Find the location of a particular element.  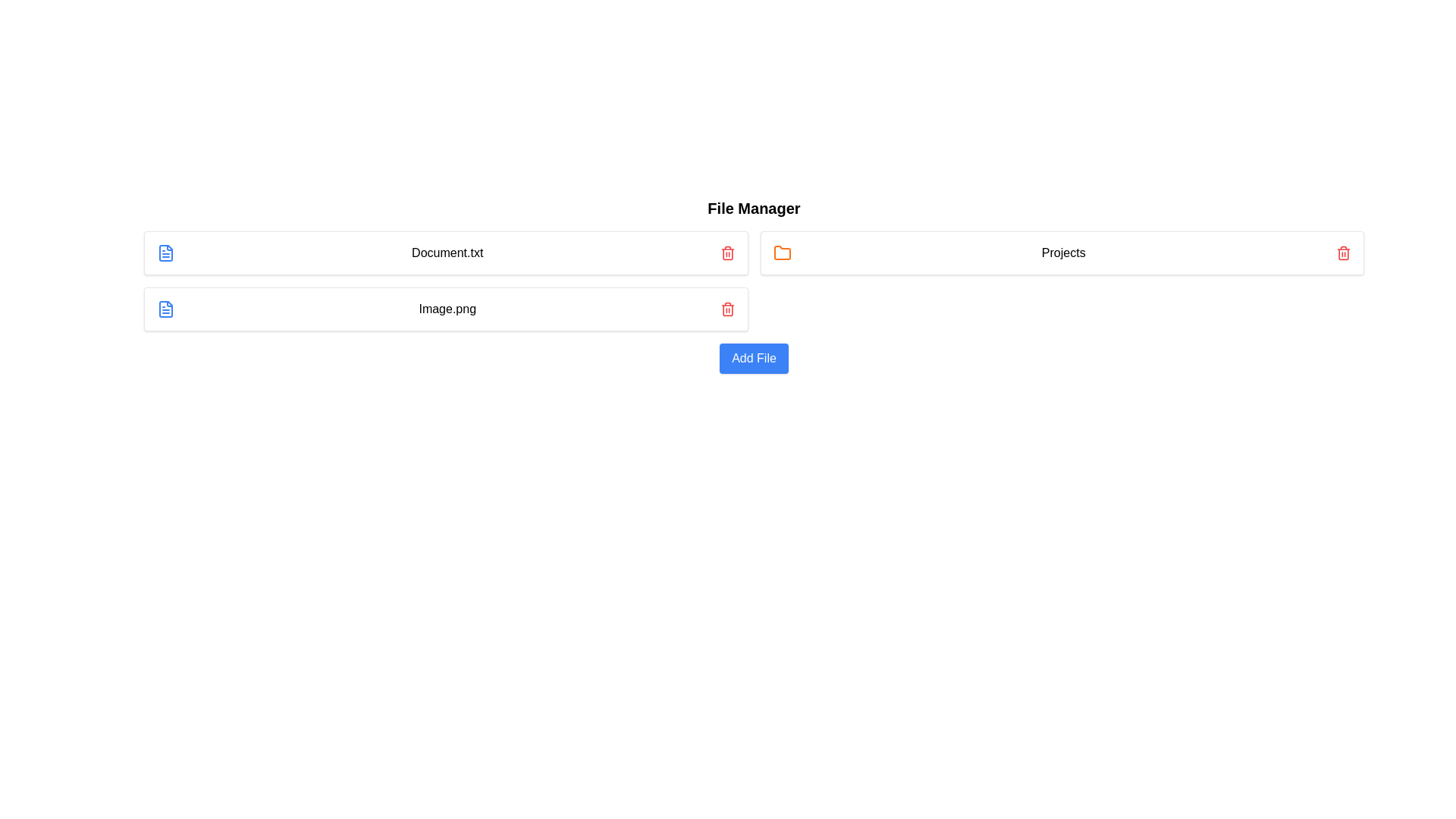

the file name 'Image.png' is located at coordinates (445, 309).